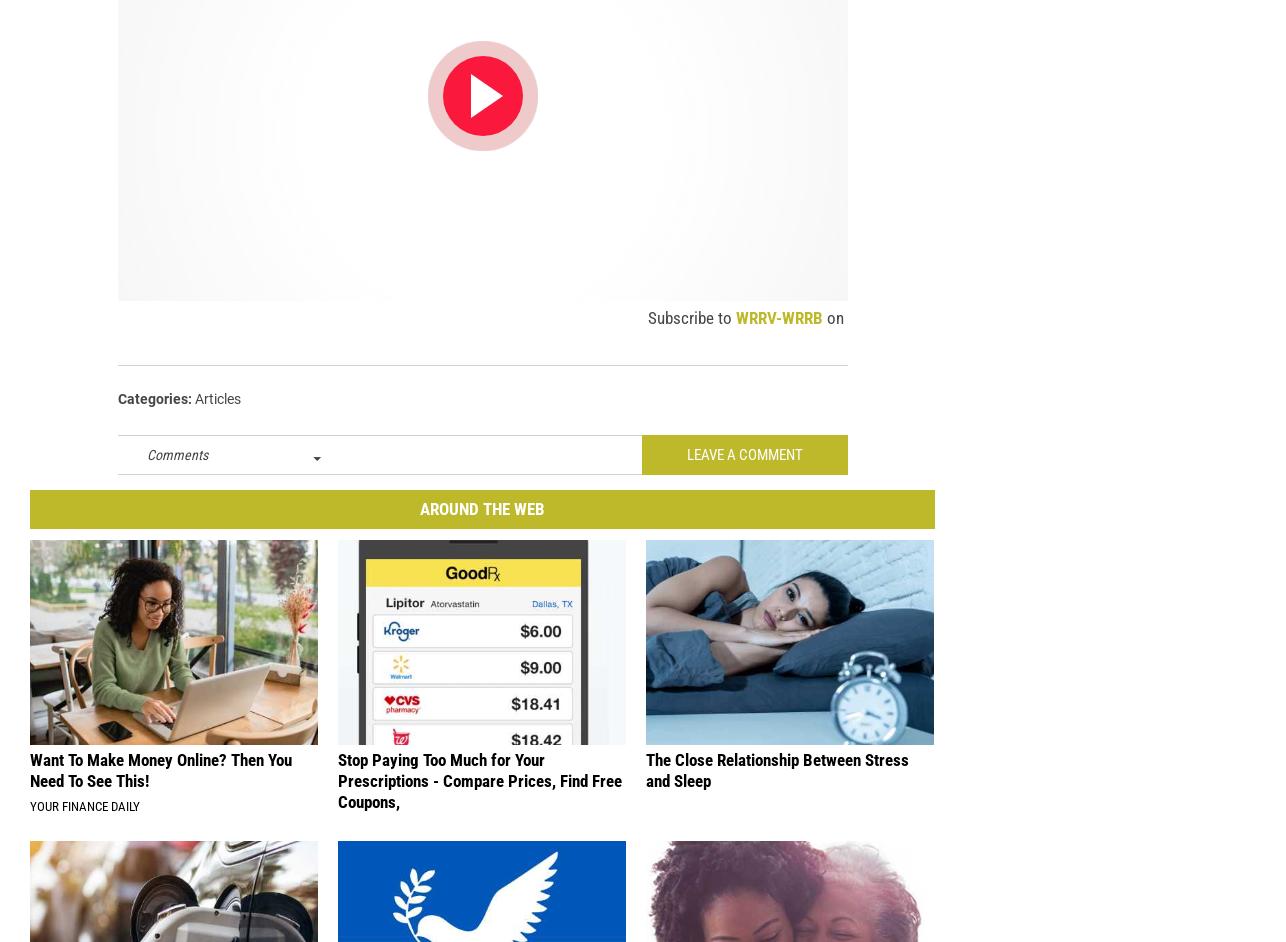 The width and height of the screenshot is (1286, 942). Describe the element at coordinates (744, 465) in the screenshot. I see `'Leave A Comment'` at that location.